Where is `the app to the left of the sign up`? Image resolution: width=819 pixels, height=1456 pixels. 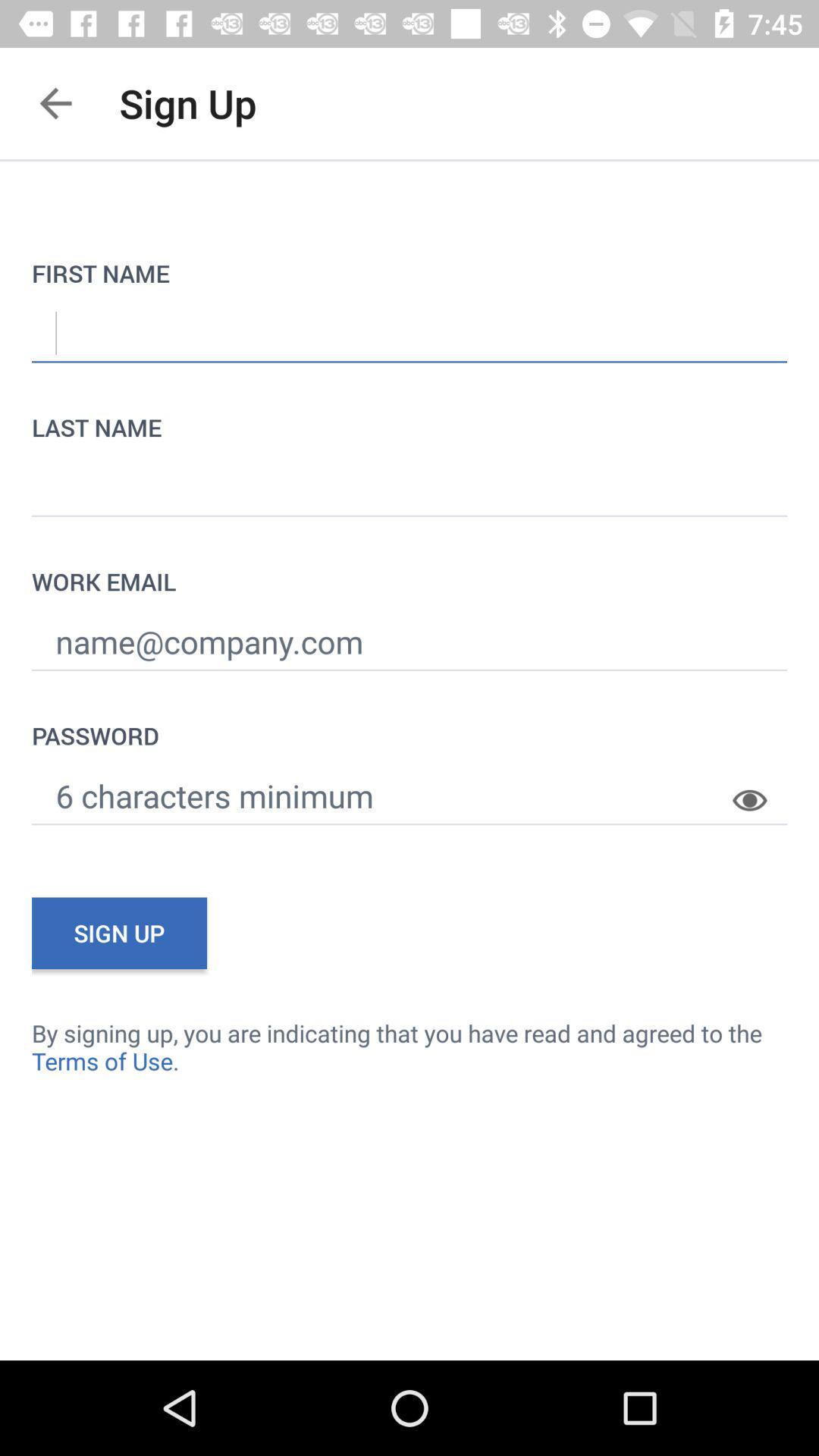 the app to the left of the sign up is located at coordinates (55, 102).